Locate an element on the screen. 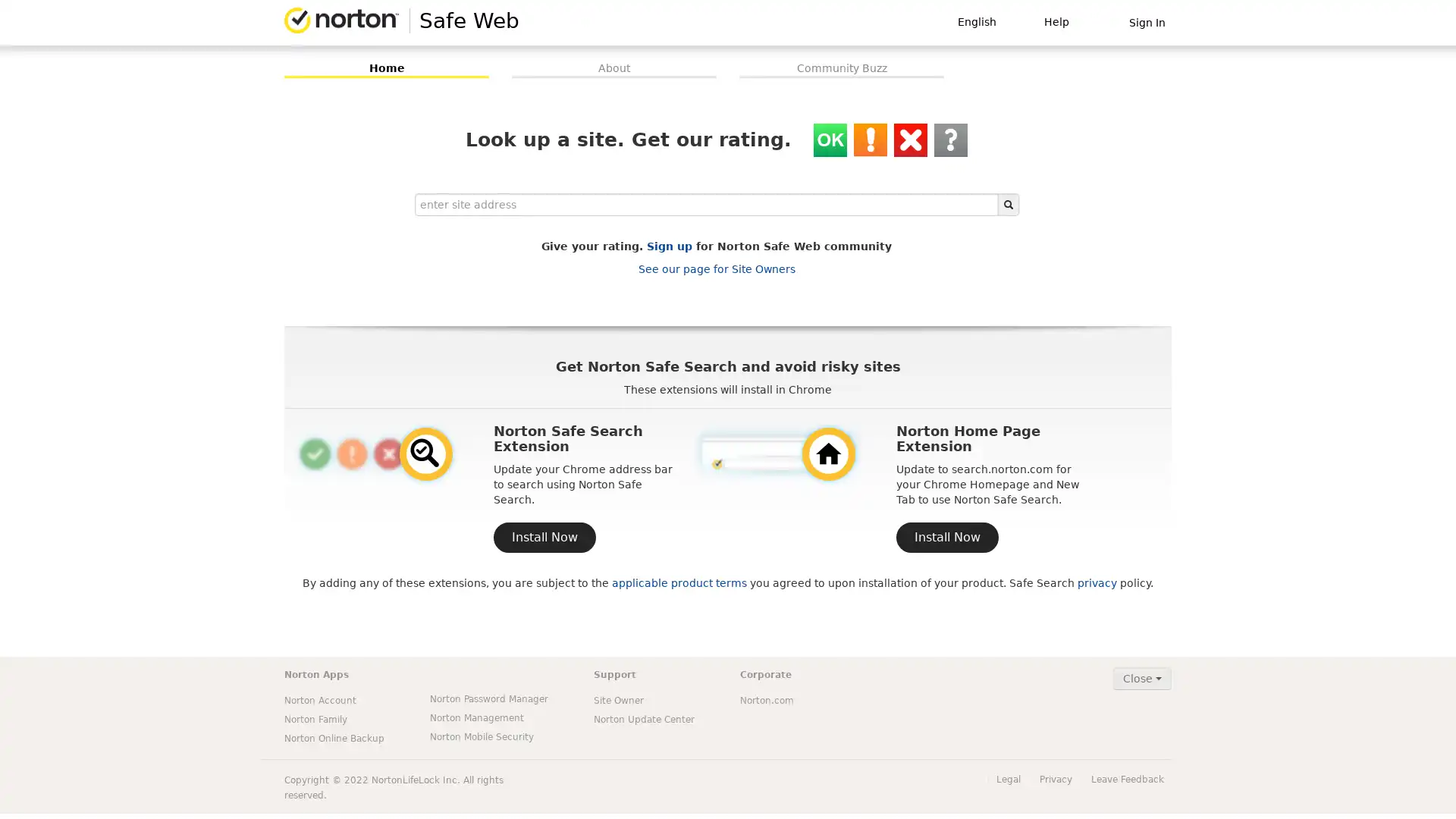  Install Now is located at coordinates (946, 537).